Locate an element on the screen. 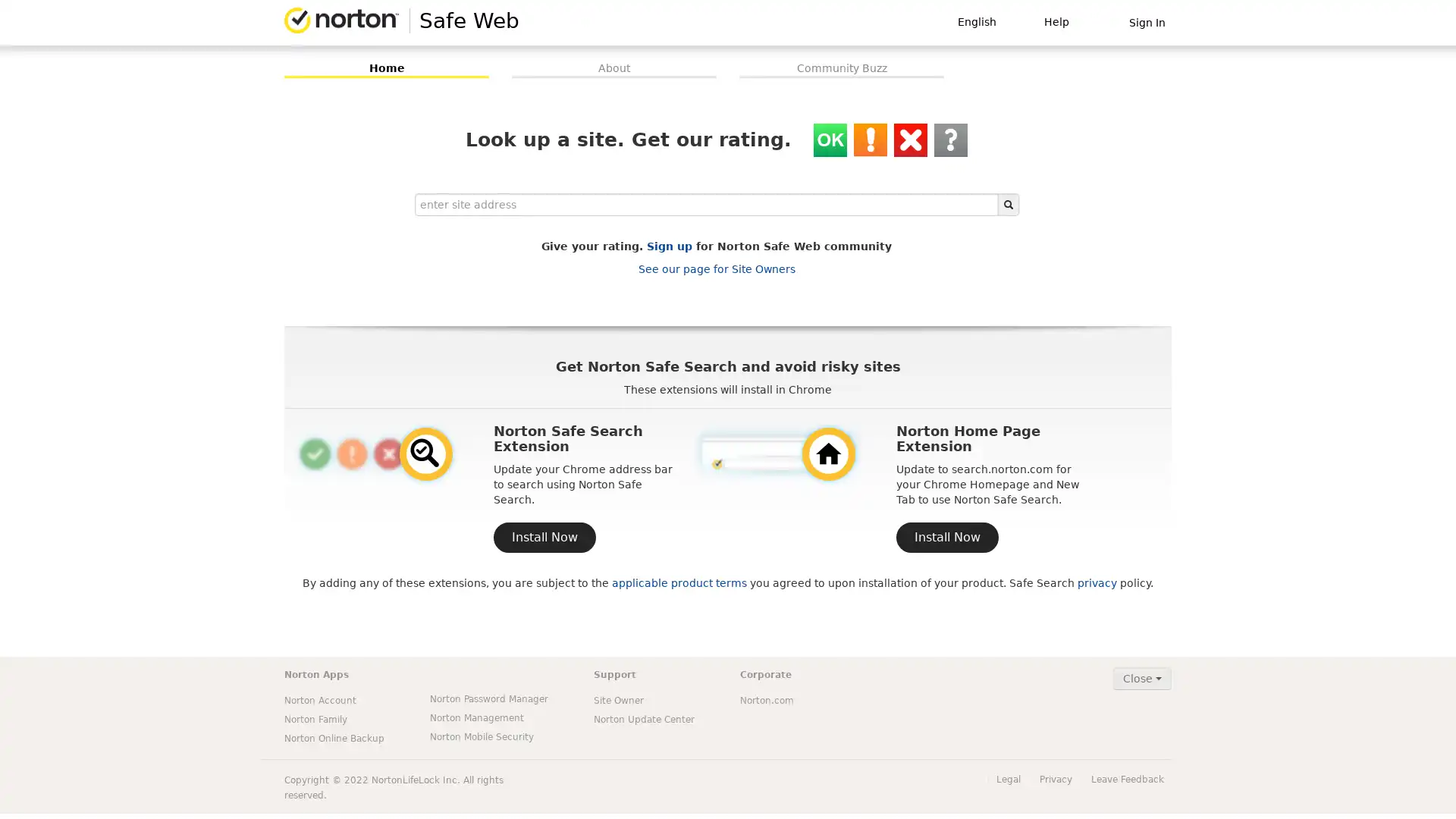  Install Now is located at coordinates (946, 537).